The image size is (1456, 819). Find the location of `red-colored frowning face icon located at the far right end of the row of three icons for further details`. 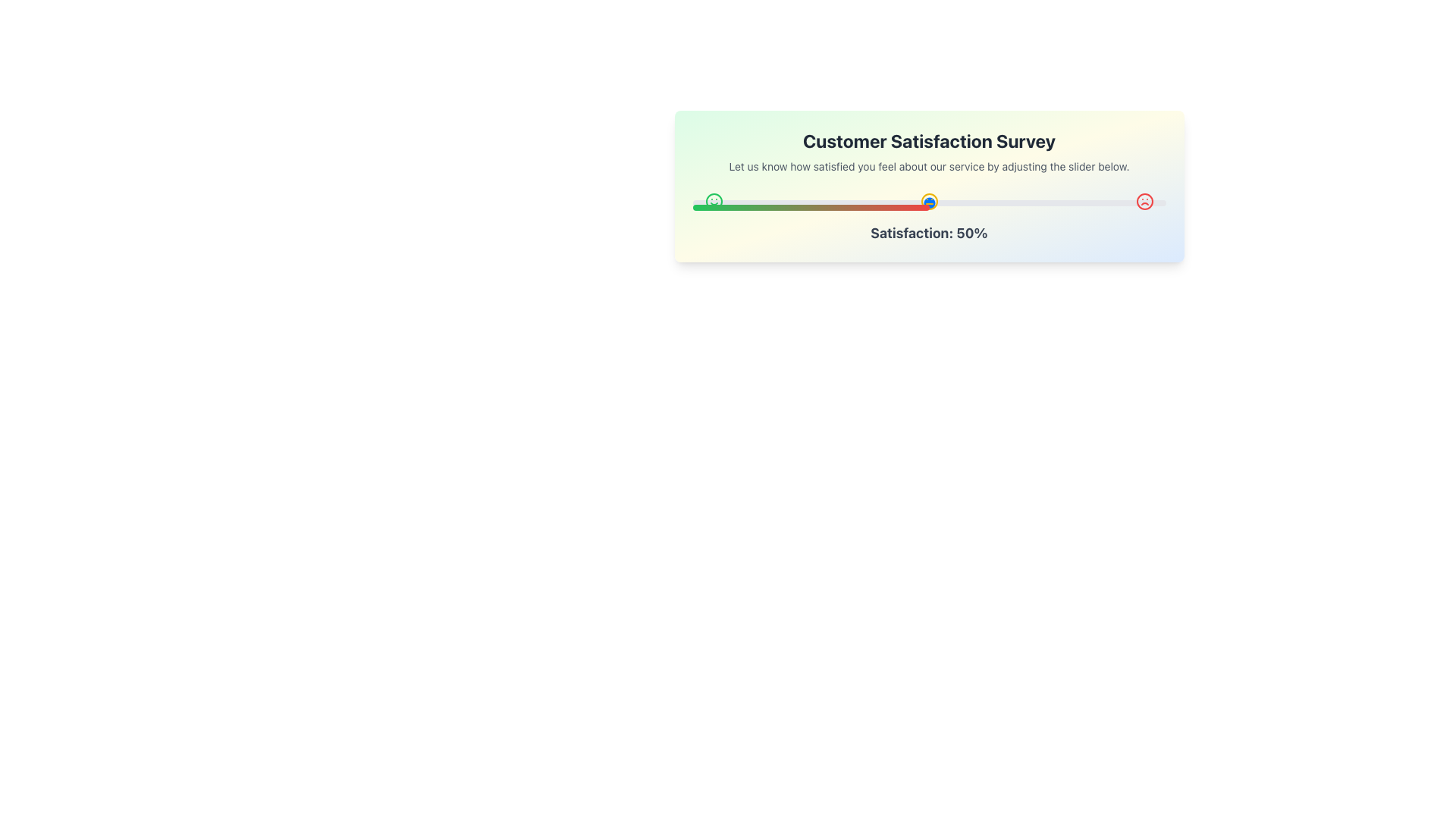

red-colored frowning face icon located at the far right end of the row of three icons for further details is located at coordinates (1144, 201).